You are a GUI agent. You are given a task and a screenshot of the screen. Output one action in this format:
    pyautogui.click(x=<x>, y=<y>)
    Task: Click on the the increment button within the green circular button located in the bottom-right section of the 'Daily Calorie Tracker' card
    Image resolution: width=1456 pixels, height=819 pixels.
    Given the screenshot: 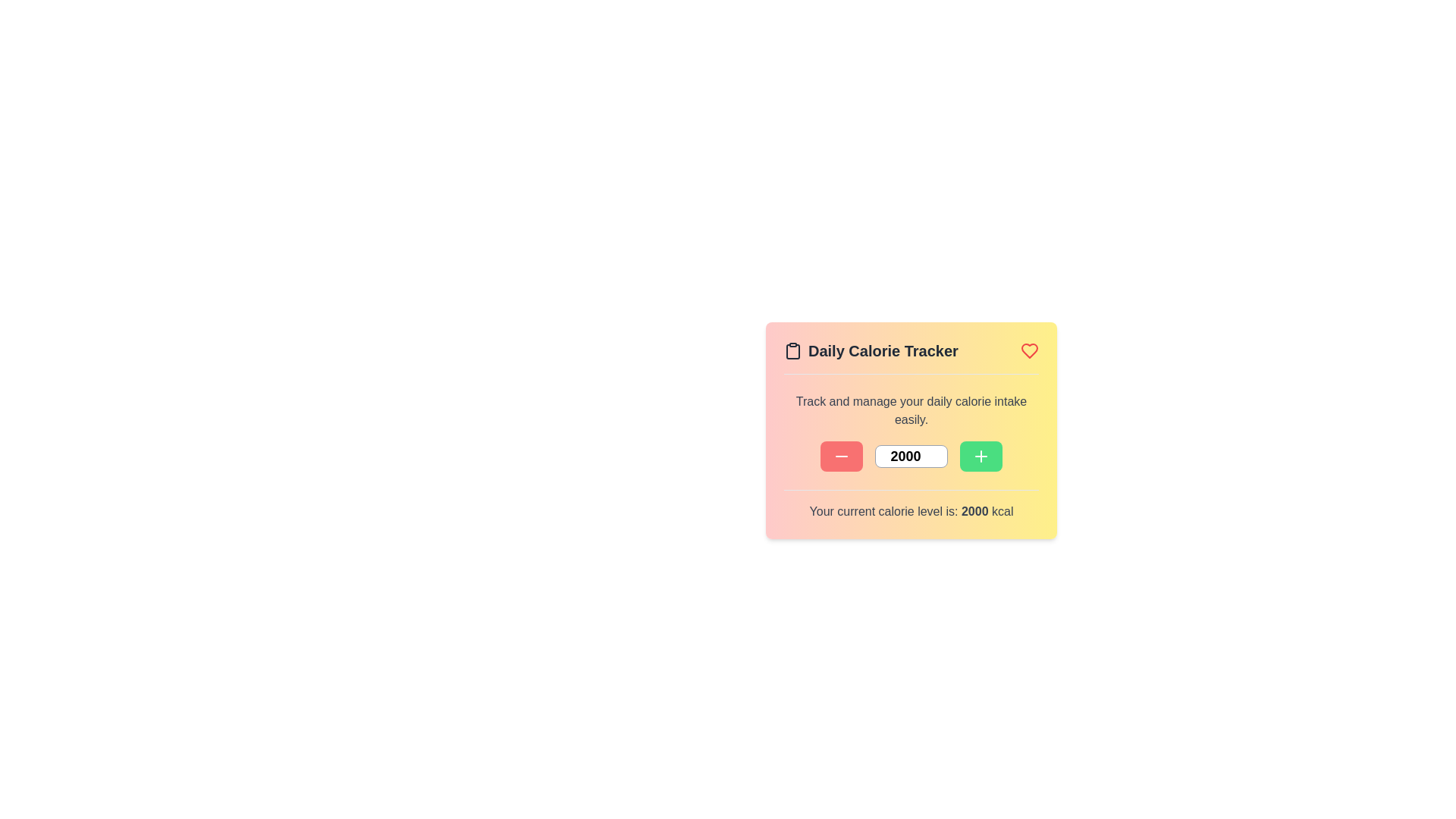 What is the action you would take?
    pyautogui.click(x=981, y=455)
    